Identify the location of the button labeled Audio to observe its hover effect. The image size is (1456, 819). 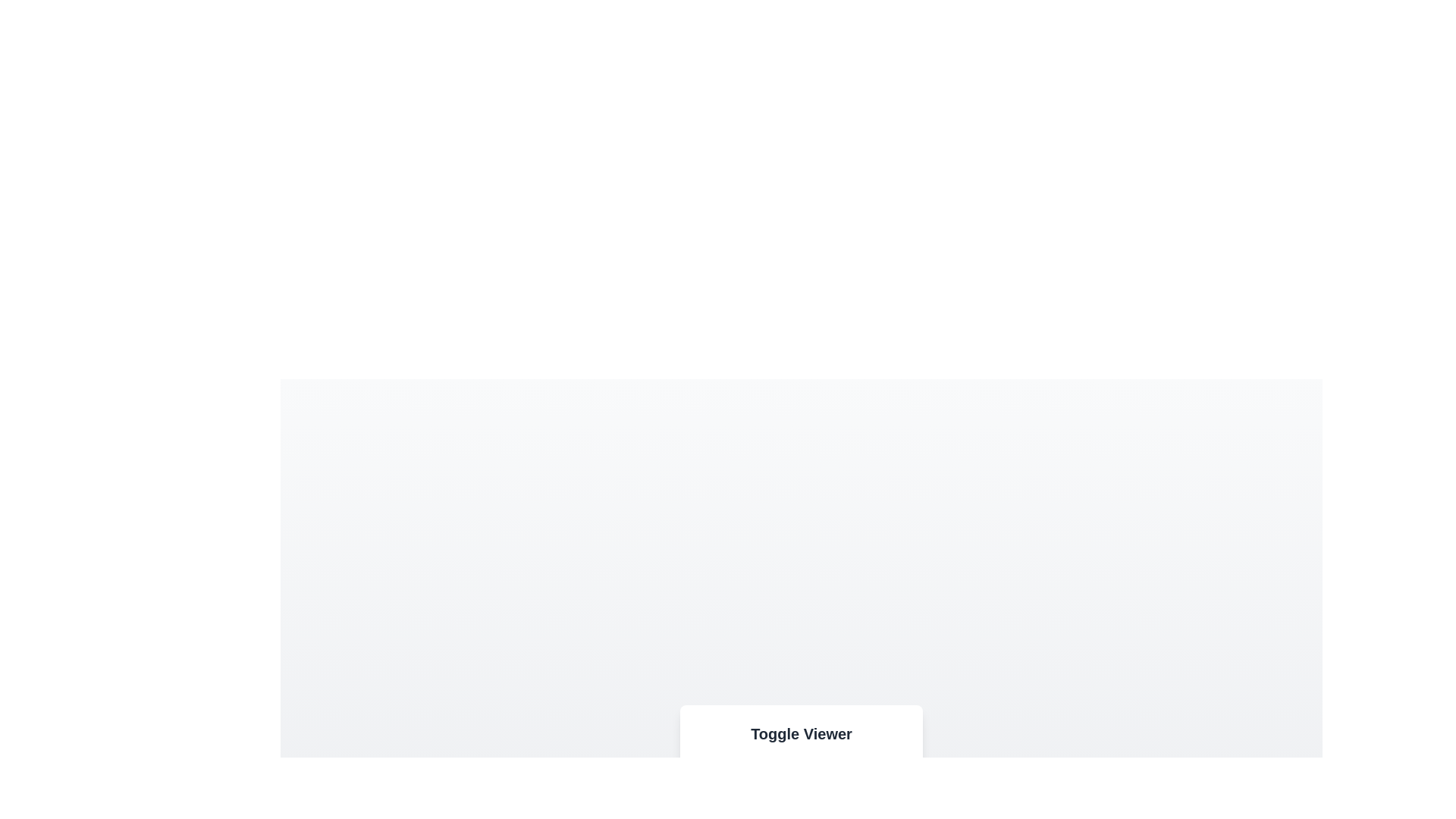
(839, 789).